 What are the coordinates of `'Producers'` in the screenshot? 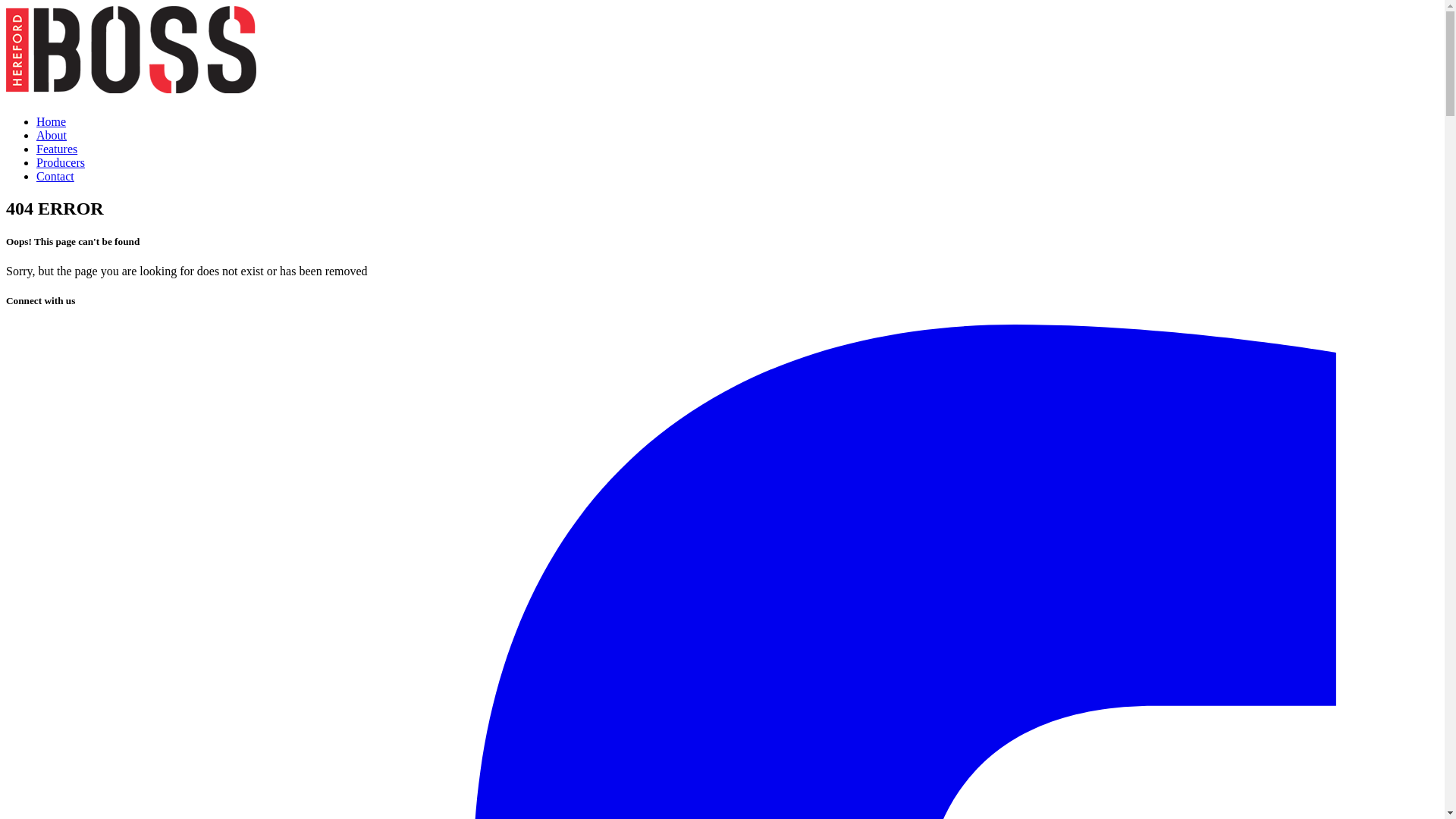 It's located at (61, 162).